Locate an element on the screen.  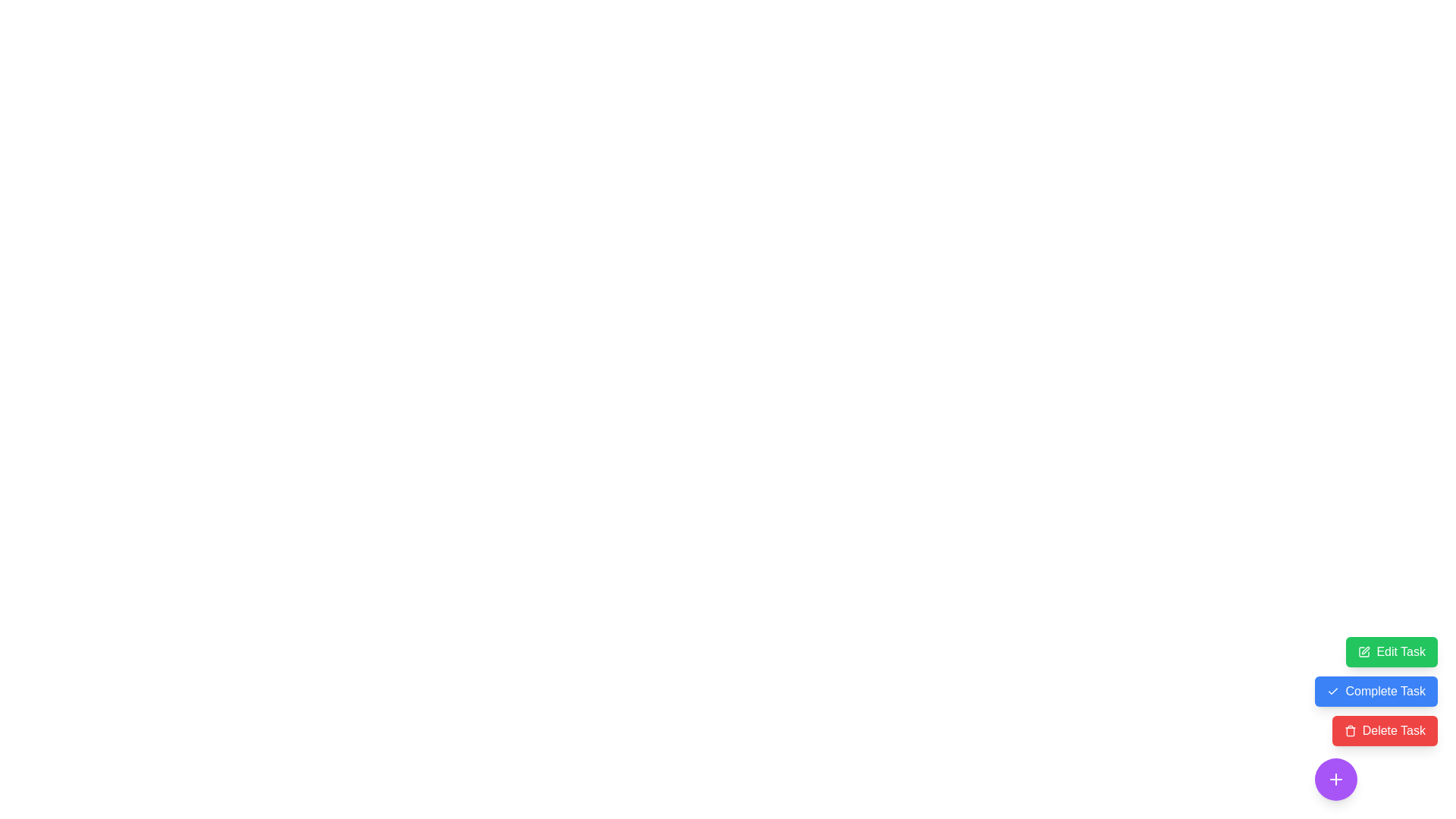
the 'Complete Task' button with a blue background and white text to mark the task as completed is located at coordinates (1376, 691).